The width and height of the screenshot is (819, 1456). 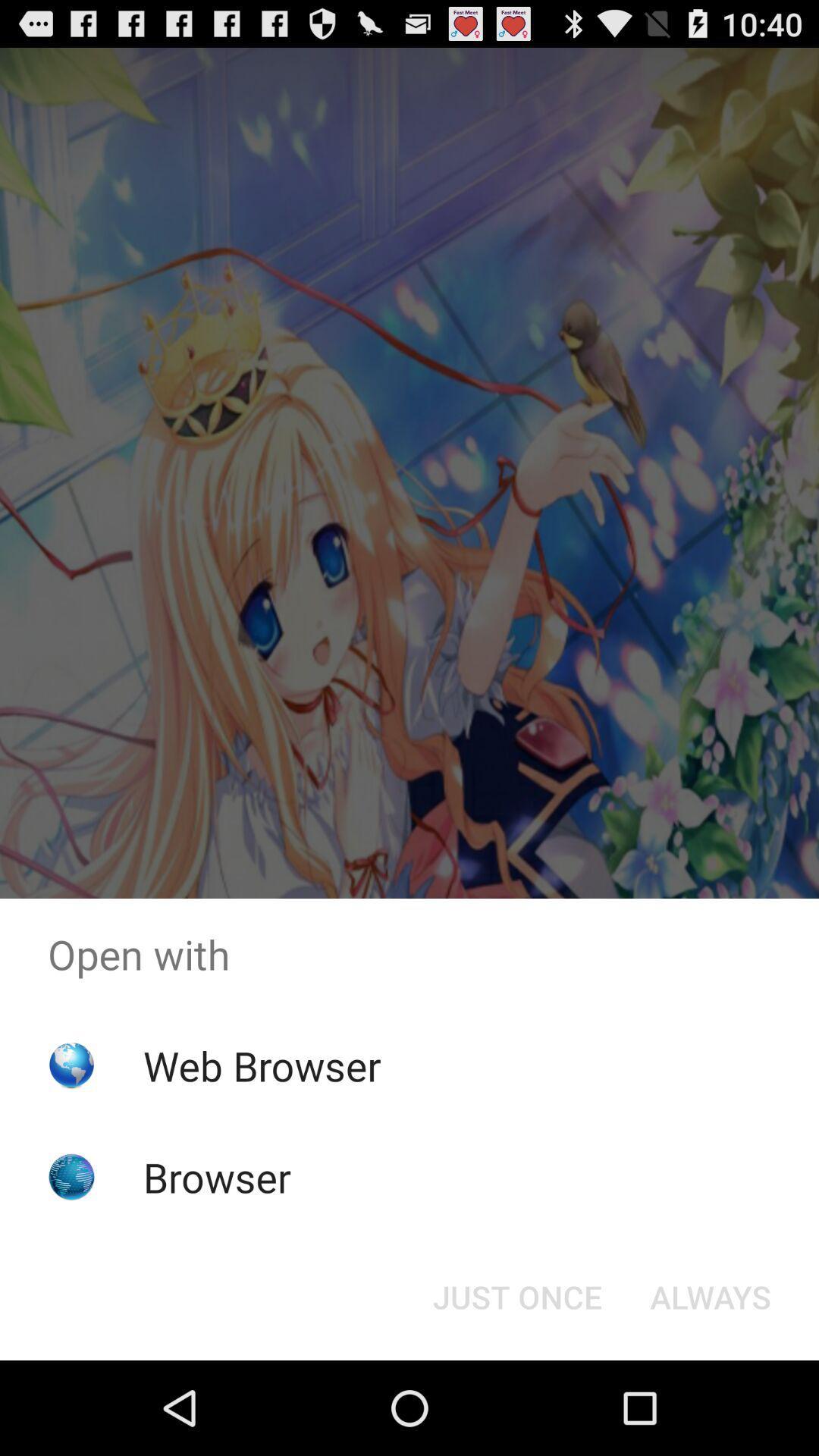 What do you see at coordinates (261, 1065) in the screenshot?
I see `the web browser app` at bounding box center [261, 1065].